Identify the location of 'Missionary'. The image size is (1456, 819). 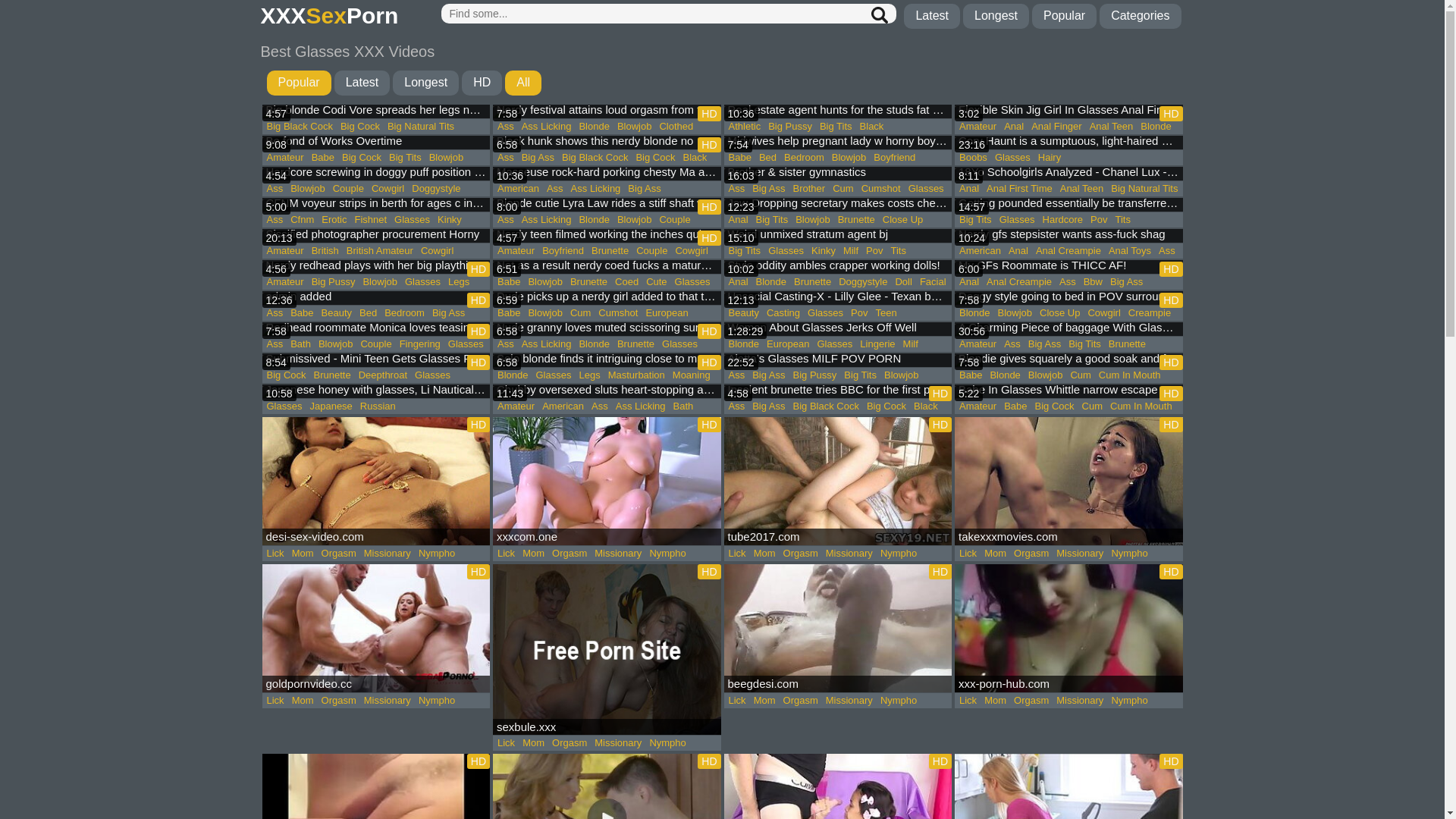
(359, 553).